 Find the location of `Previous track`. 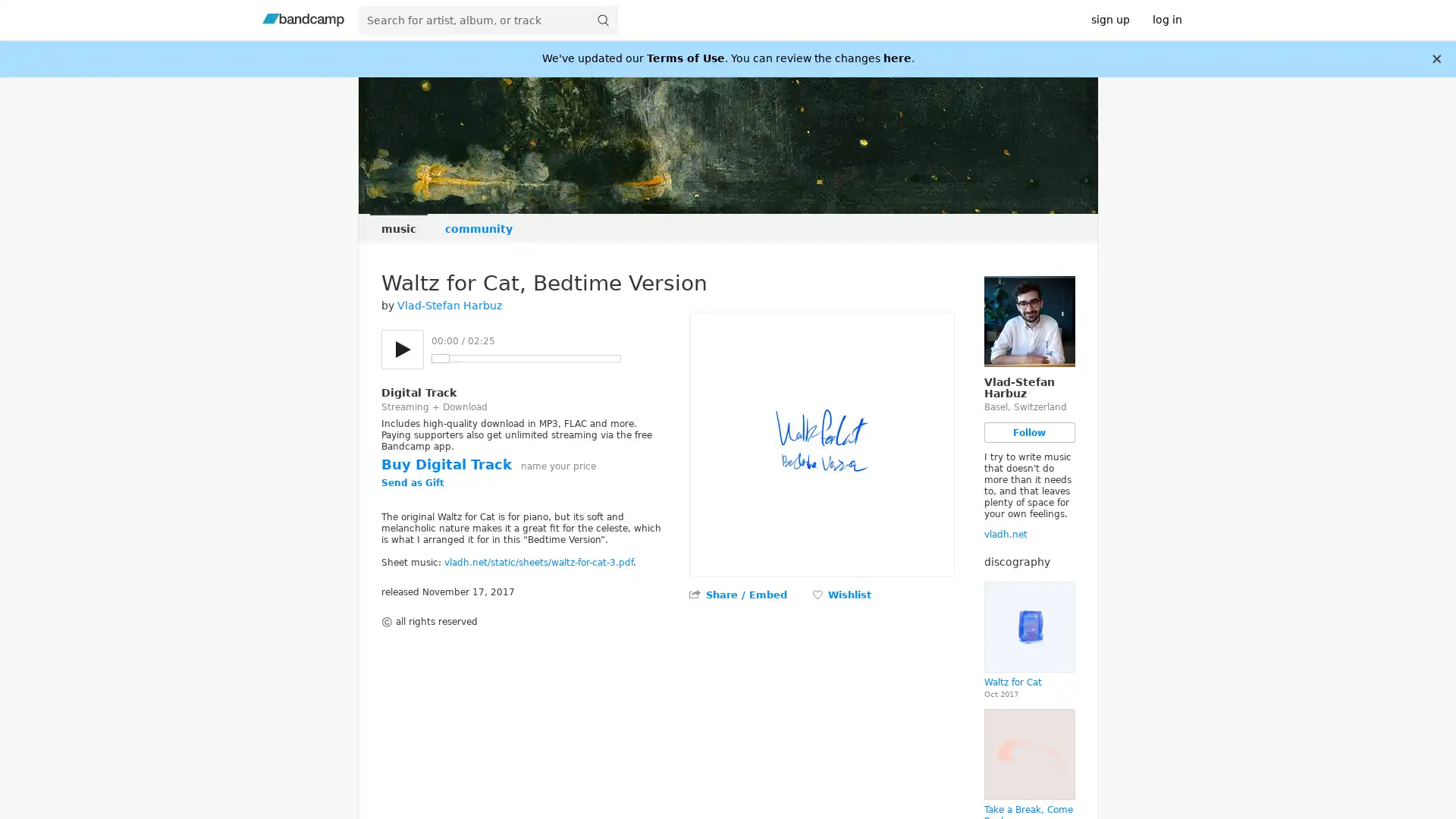

Previous track is located at coordinates (635, 359).